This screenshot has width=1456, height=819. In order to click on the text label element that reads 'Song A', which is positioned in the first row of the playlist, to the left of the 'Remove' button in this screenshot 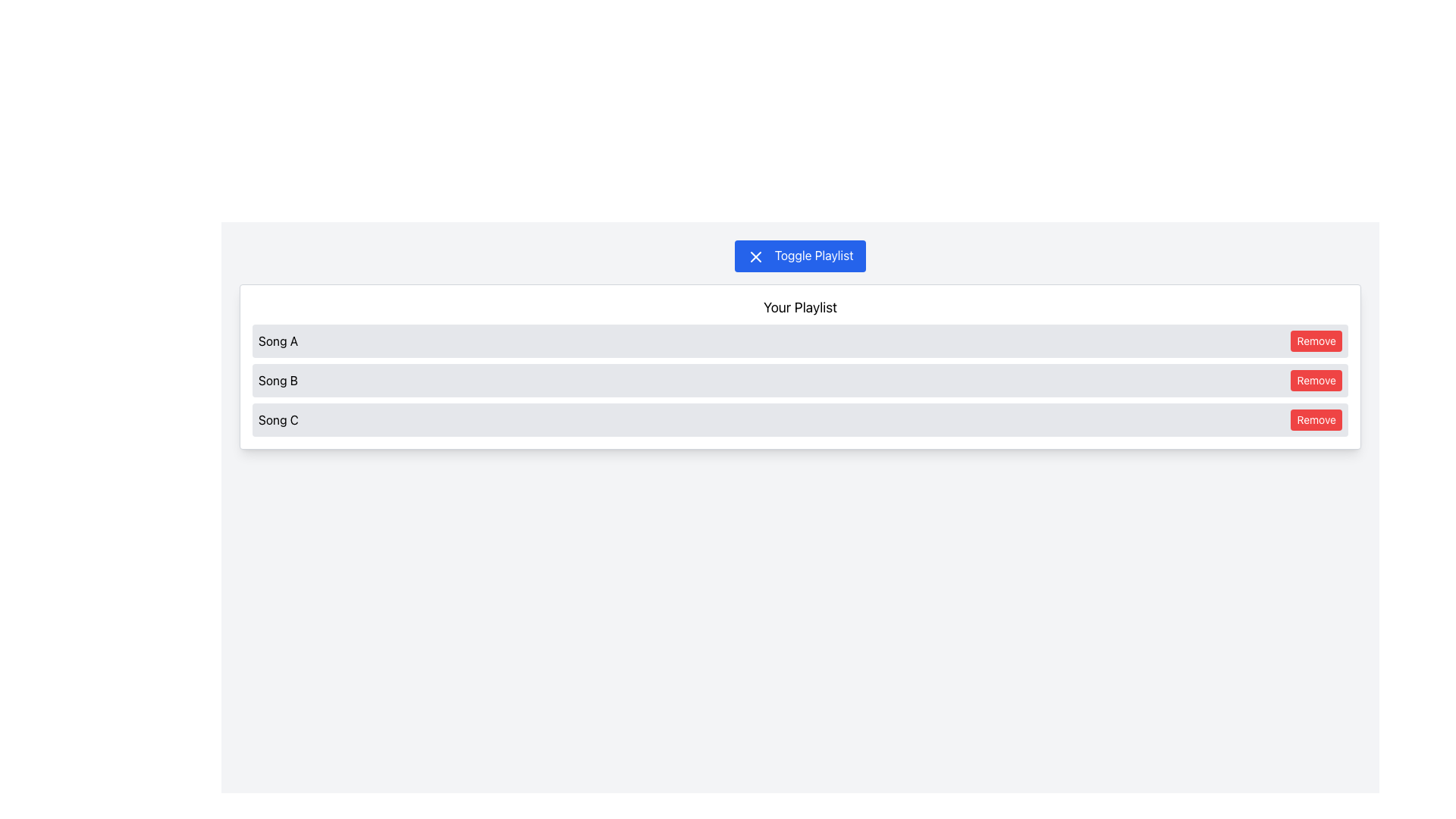, I will do `click(278, 340)`.